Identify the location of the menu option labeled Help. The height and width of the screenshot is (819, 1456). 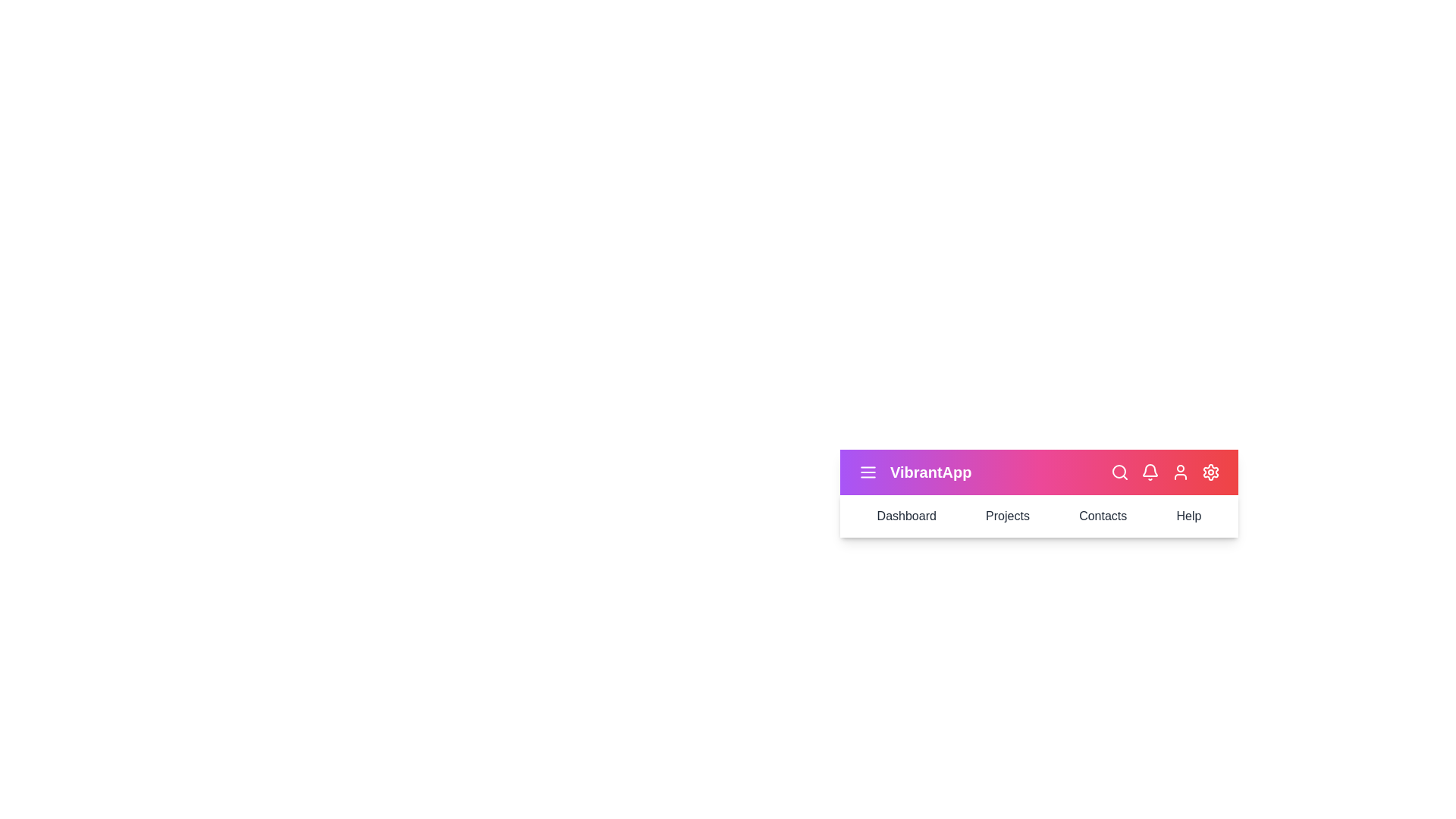
(1188, 516).